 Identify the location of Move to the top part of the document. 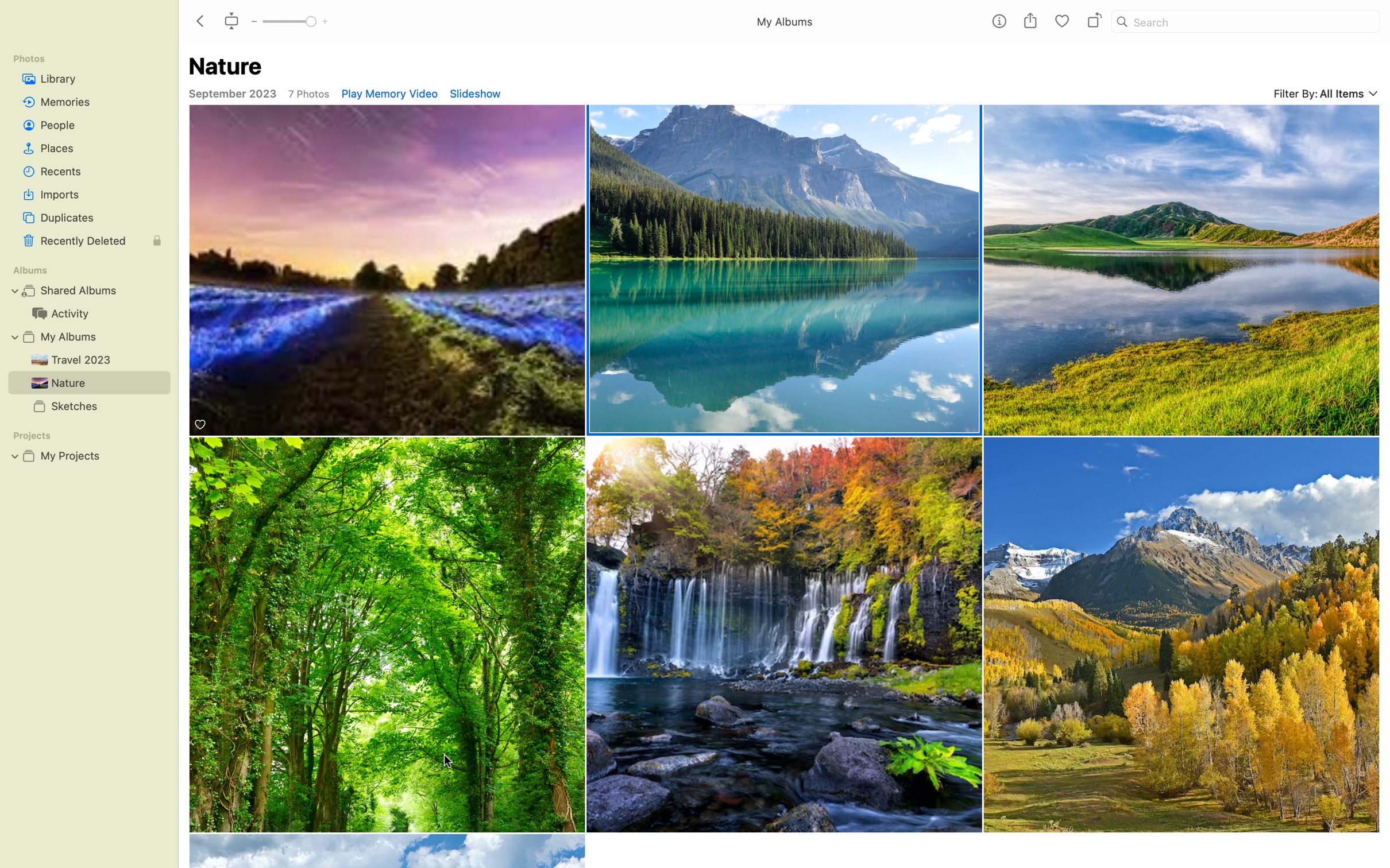
(2639610, 1022504).